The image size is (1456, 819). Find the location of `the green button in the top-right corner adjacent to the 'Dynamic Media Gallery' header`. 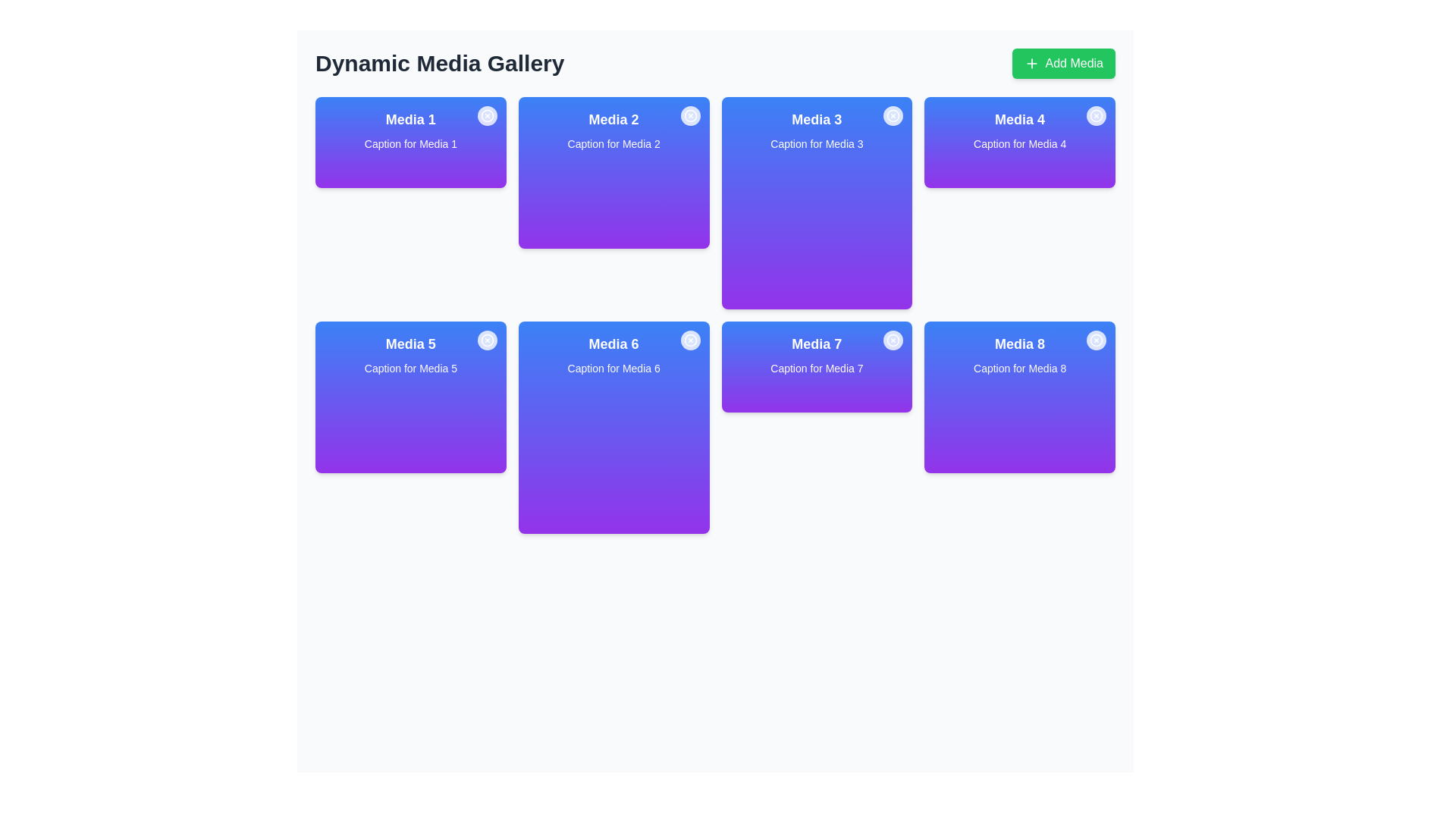

the green button in the top-right corner adjacent to the 'Dynamic Media Gallery' header is located at coordinates (1062, 63).